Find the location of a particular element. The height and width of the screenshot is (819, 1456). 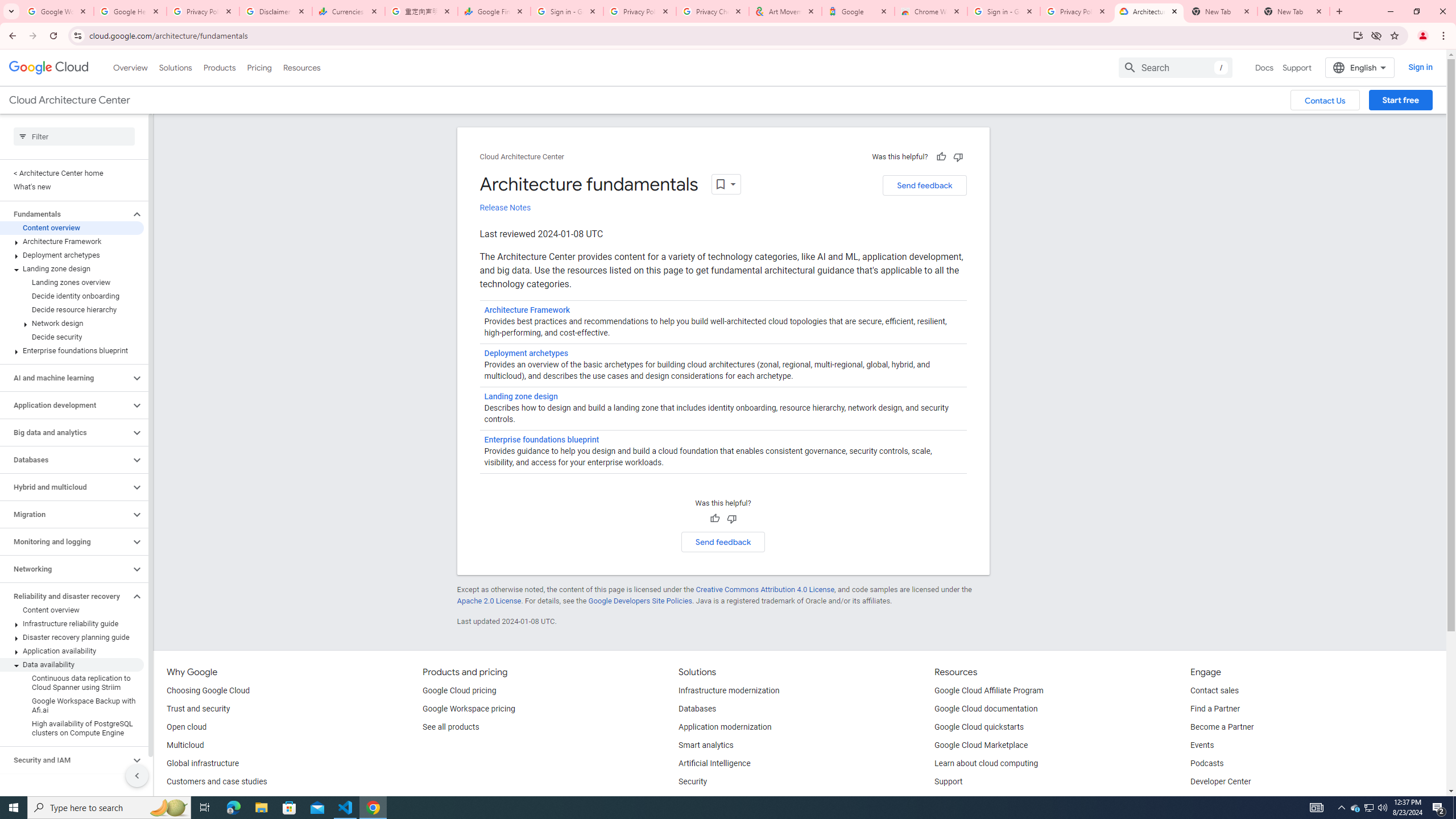

'Customers and case studies' is located at coordinates (216, 781).